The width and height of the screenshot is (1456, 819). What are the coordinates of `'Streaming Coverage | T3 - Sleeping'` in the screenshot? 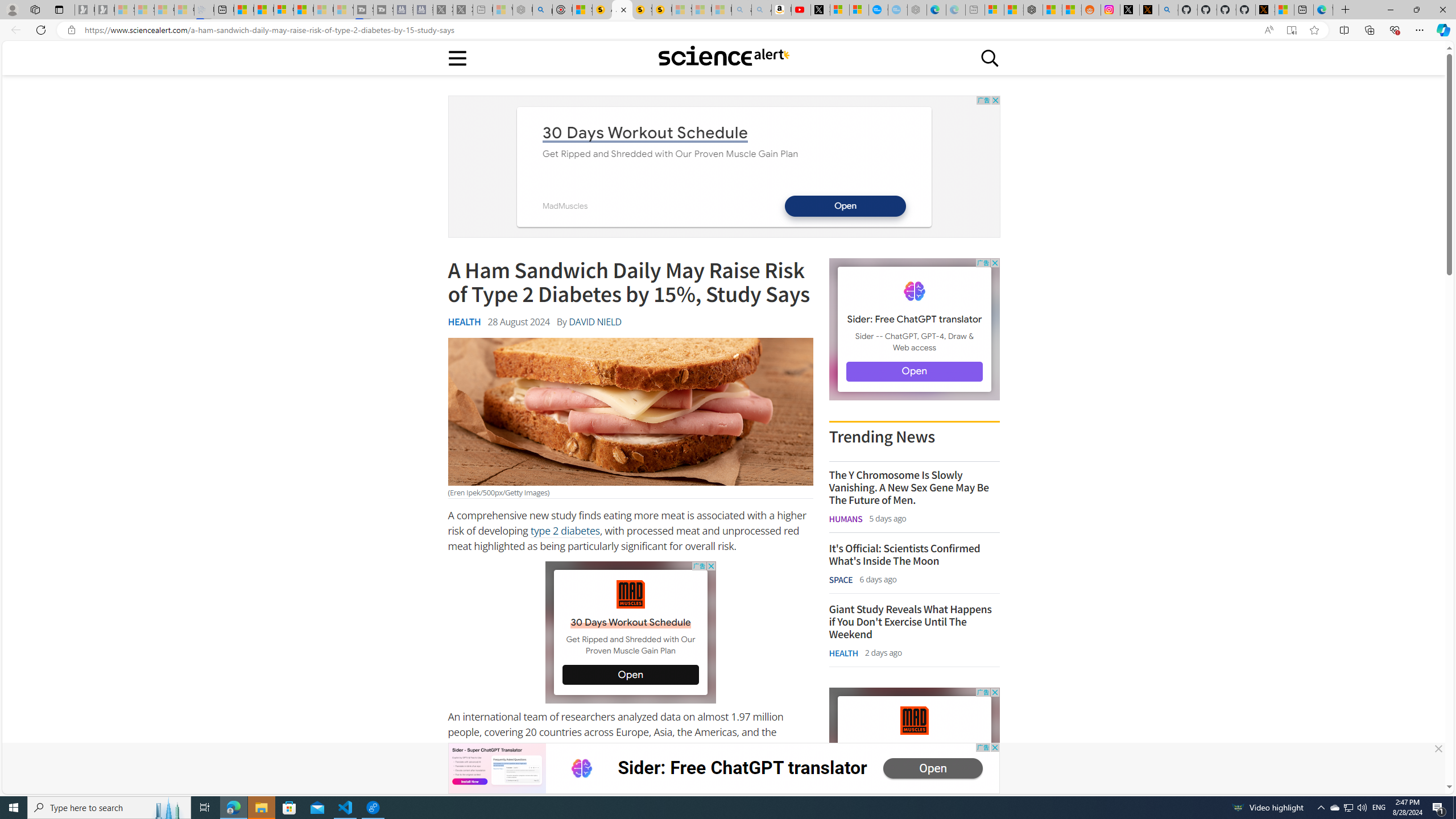 It's located at (362, 9).